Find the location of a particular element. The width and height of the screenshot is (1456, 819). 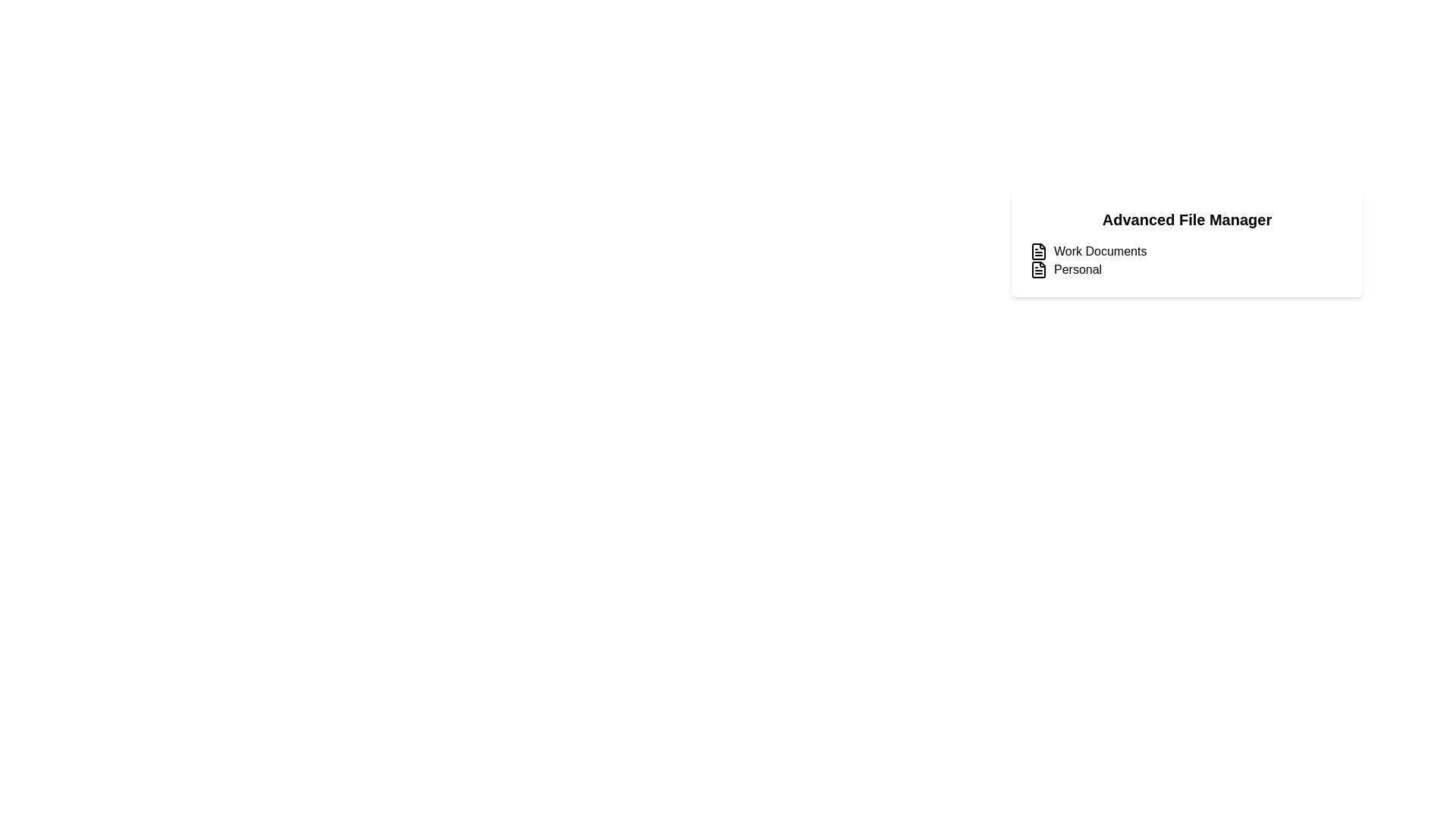

the document icon on the left side of the 'Work Documents' label is located at coordinates (1037, 250).